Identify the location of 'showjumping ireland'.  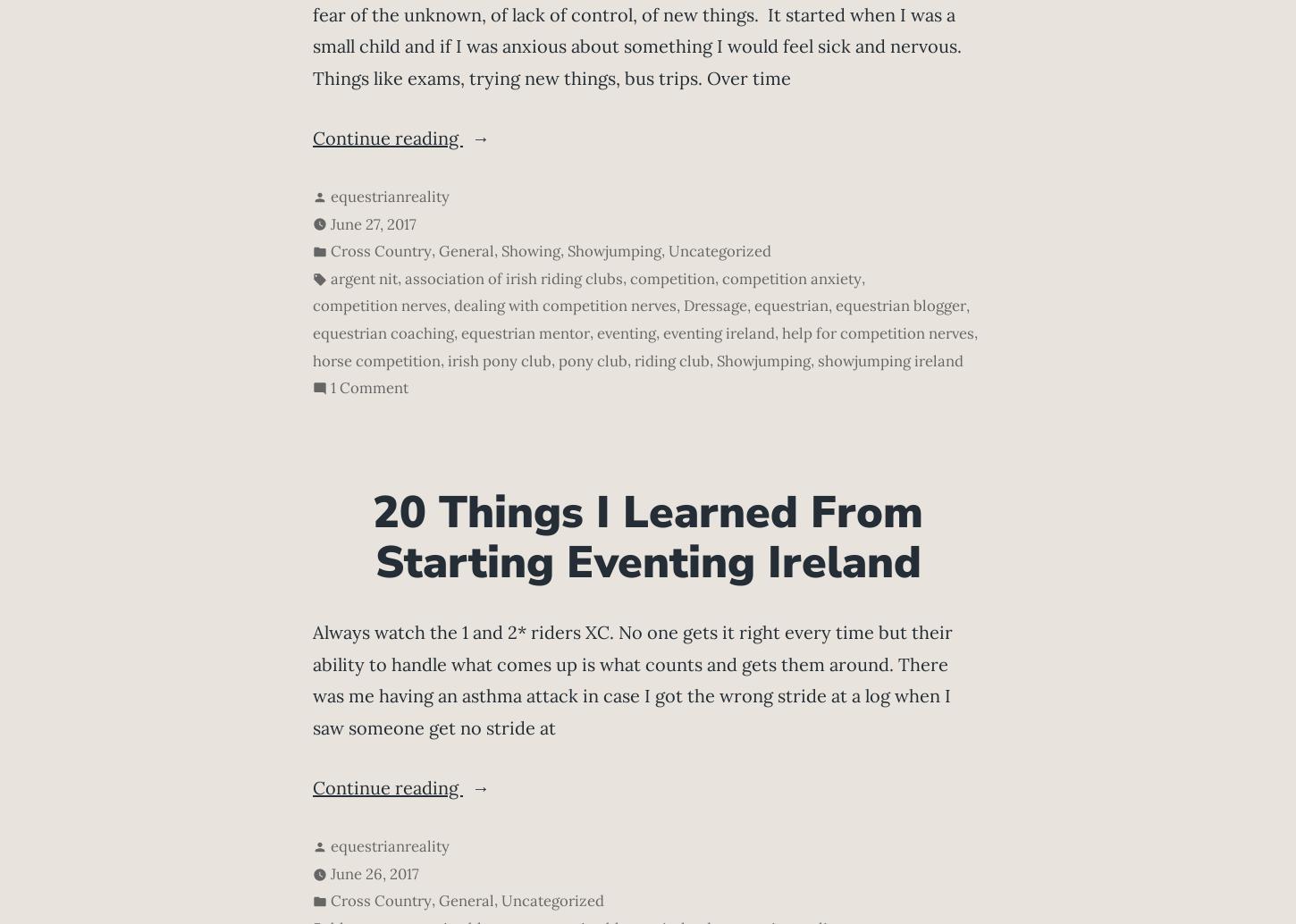
(890, 358).